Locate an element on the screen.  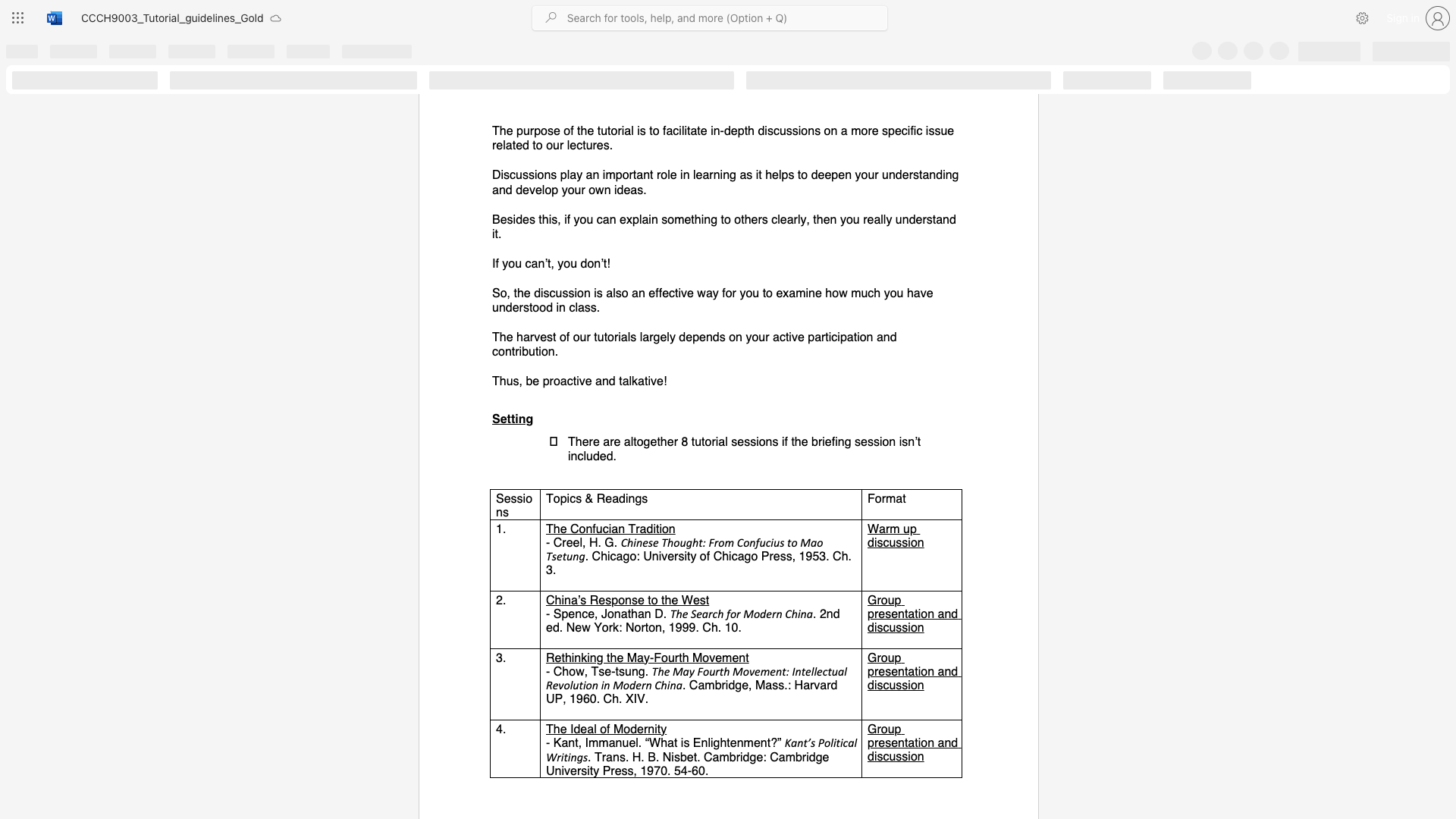
the 3th character "o" in the text is located at coordinates (913, 685).